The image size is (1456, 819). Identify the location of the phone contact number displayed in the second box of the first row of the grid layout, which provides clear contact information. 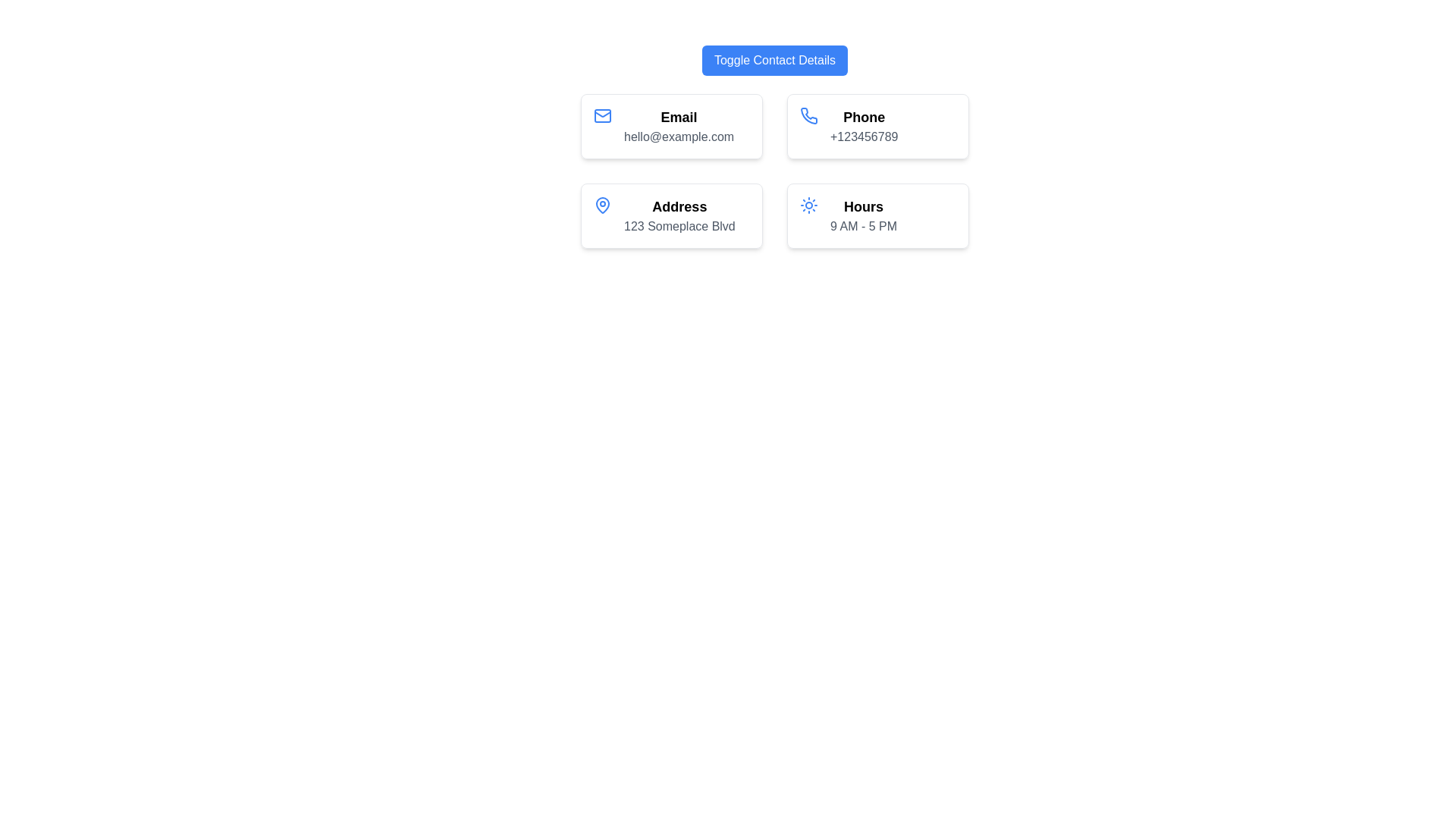
(864, 125).